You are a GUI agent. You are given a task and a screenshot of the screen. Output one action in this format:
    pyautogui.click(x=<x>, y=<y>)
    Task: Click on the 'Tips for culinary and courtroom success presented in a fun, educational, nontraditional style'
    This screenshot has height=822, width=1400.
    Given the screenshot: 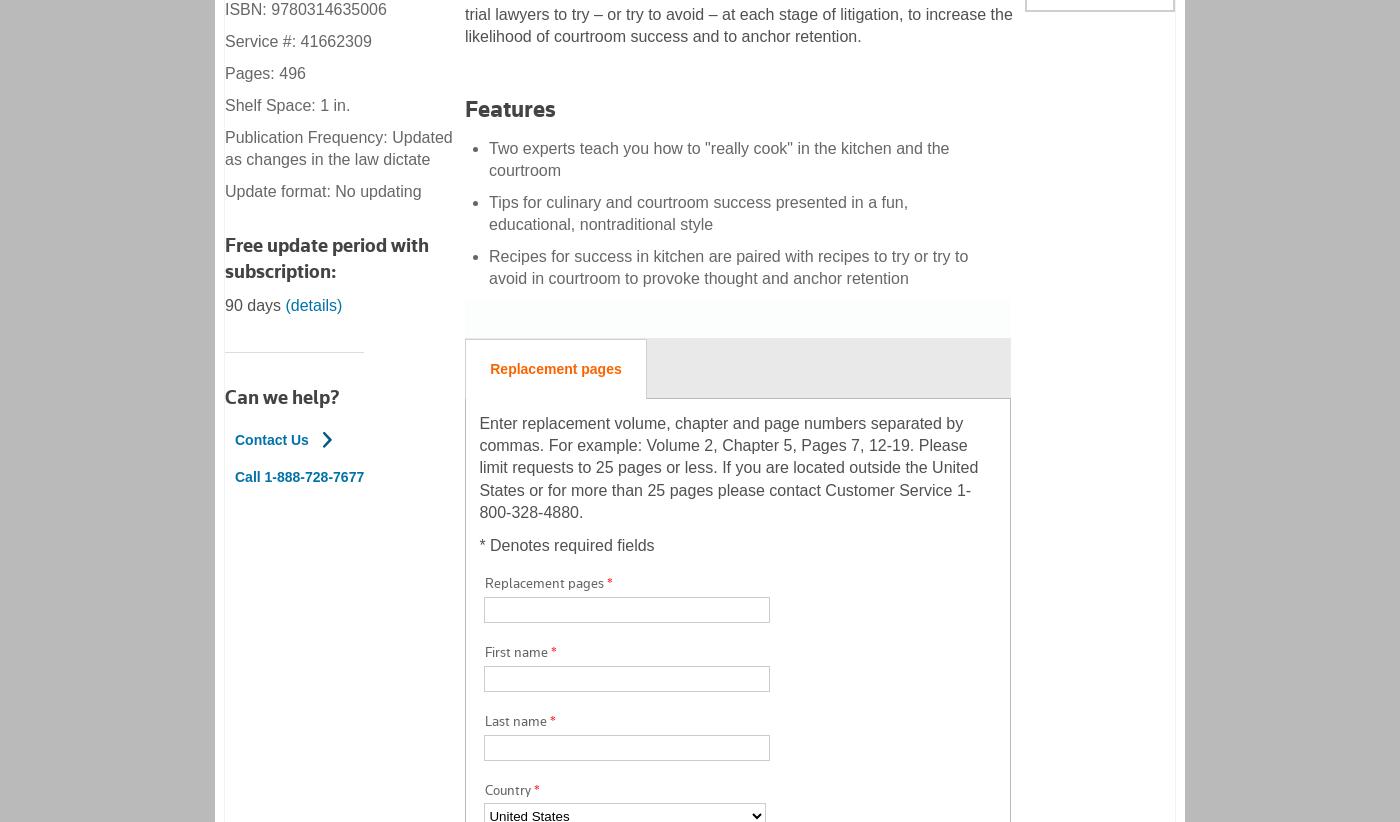 What is the action you would take?
    pyautogui.click(x=698, y=213)
    